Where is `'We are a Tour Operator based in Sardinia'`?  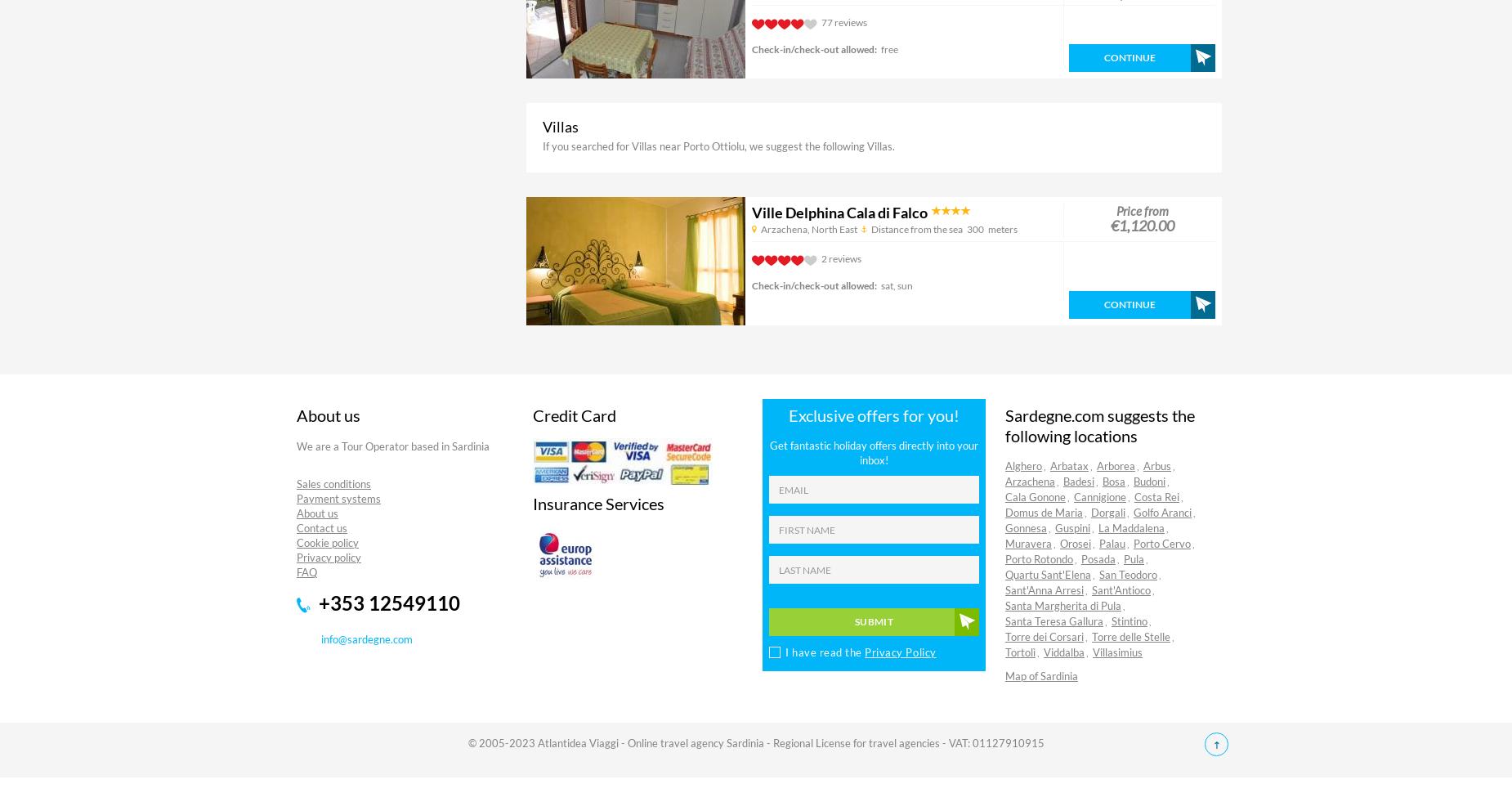
'We are a Tour Operator based in Sardinia' is located at coordinates (393, 446).